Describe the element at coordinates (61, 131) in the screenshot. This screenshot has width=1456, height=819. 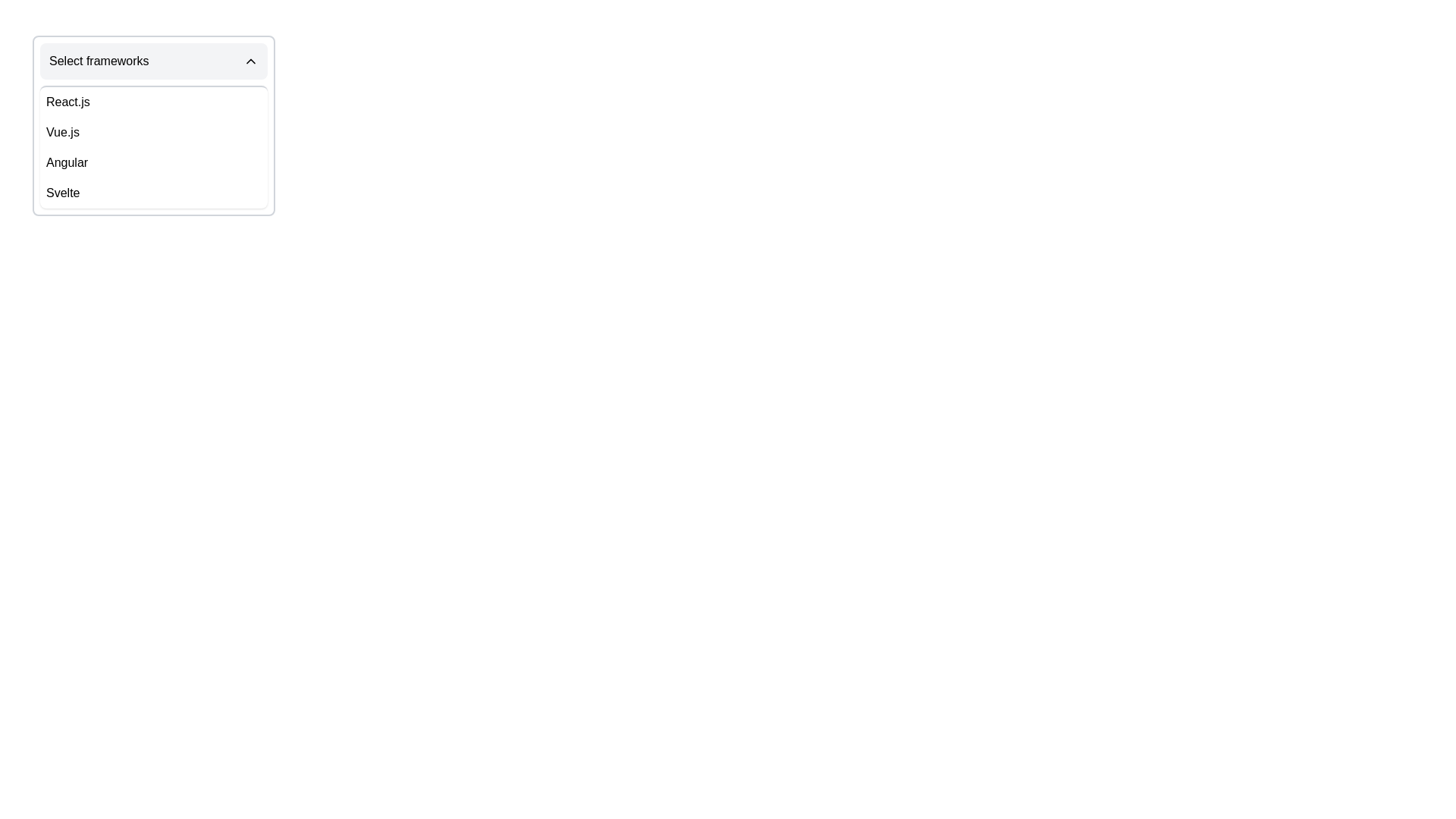
I see `the 'Vue.js' text label within the dropdown menu` at that location.